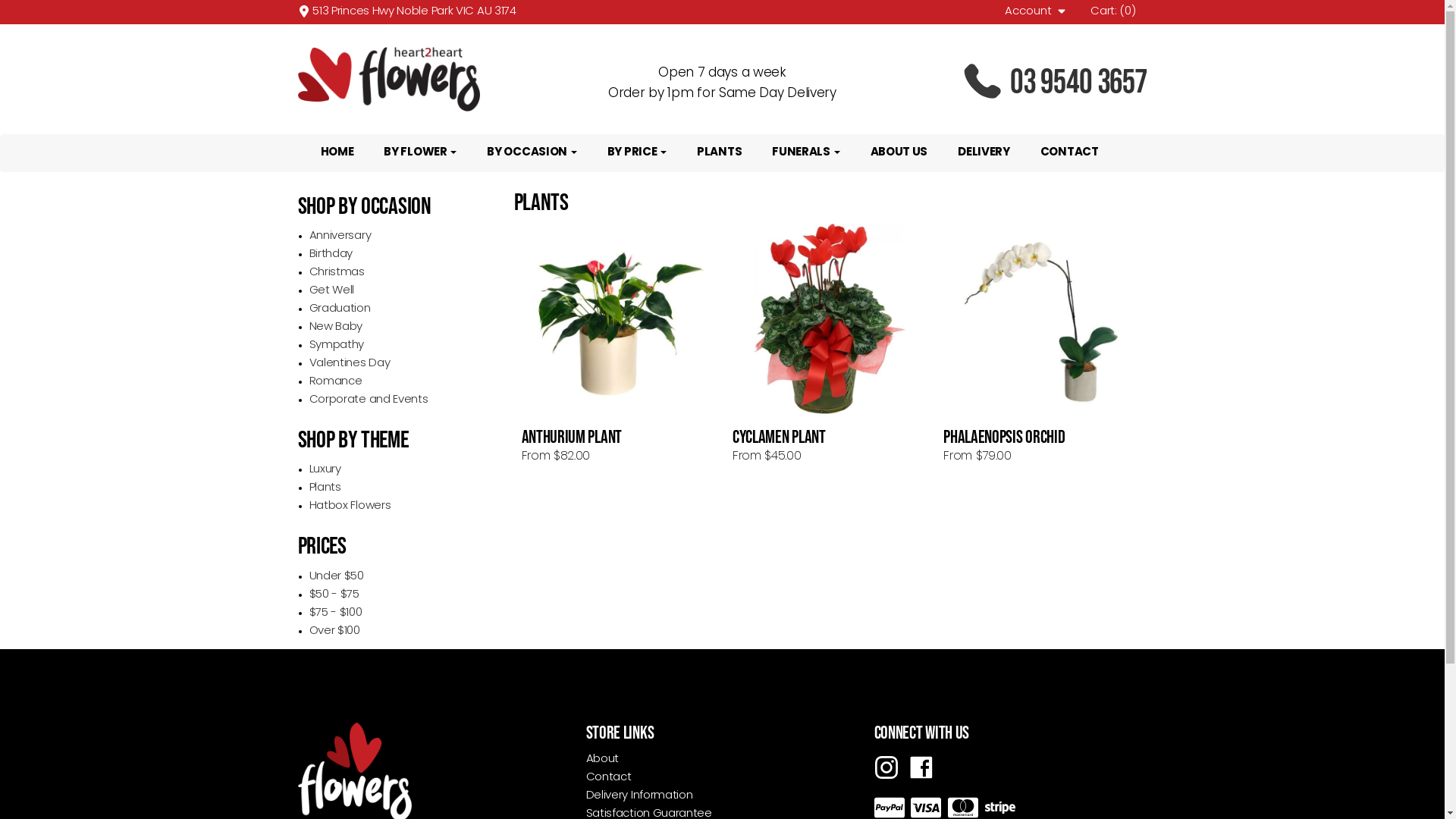  What do you see at coordinates (920, 767) in the screenshot?
I see `'facebook'` at bounding box center [920, 767].